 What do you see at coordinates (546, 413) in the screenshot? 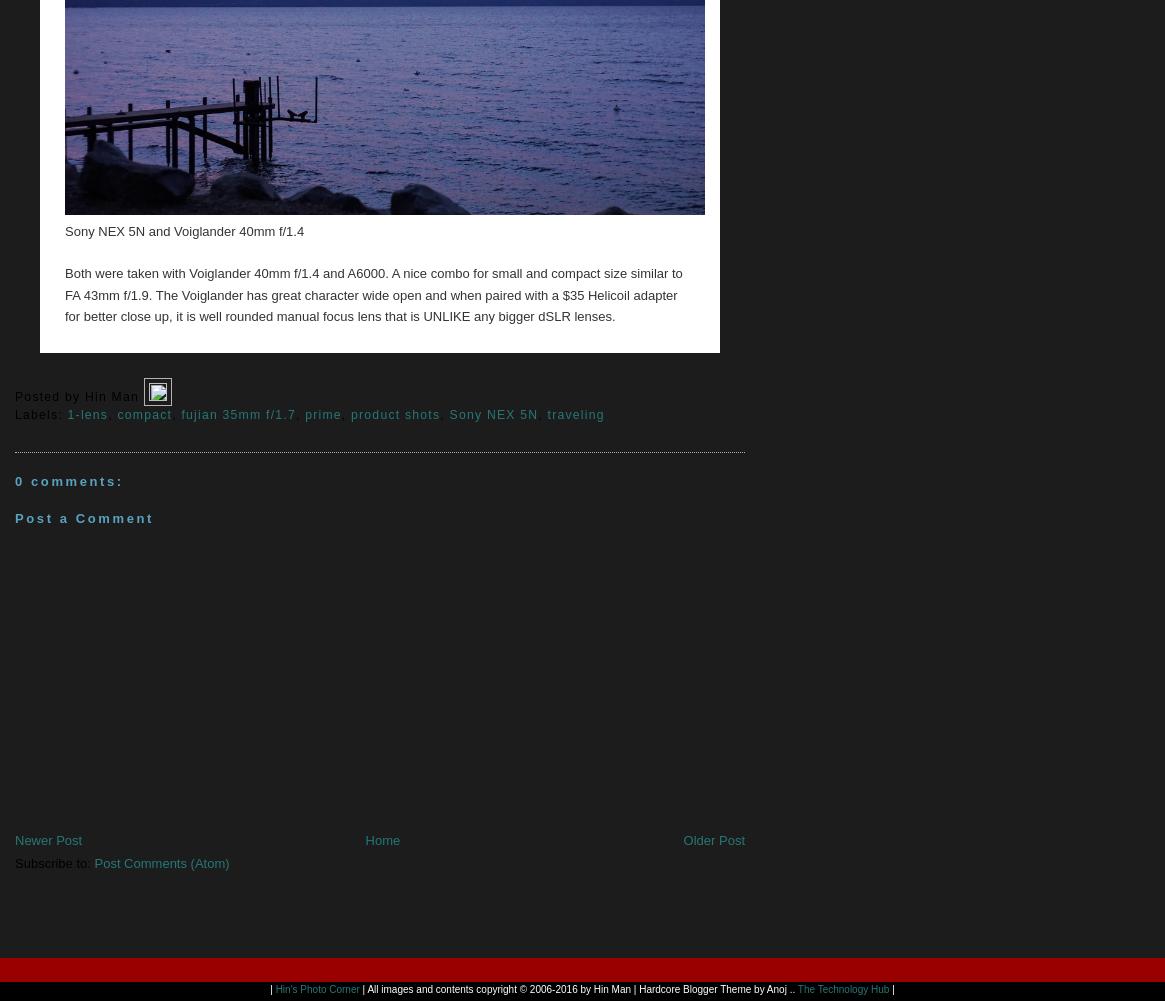
I see `'traveling'` at bounding box center [546, 413].